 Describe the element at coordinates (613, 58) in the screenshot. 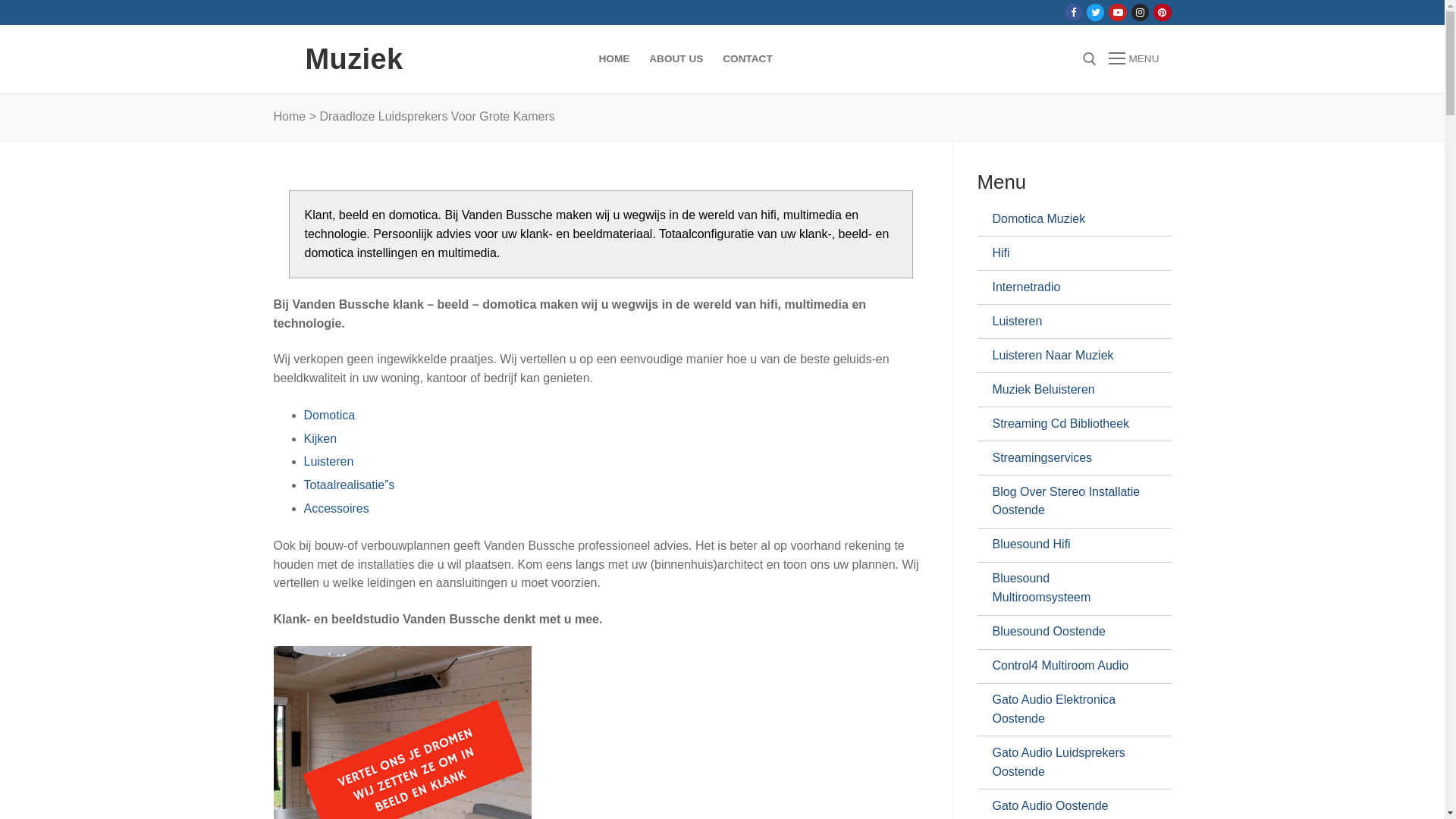

I see `'HOME'` at that location.